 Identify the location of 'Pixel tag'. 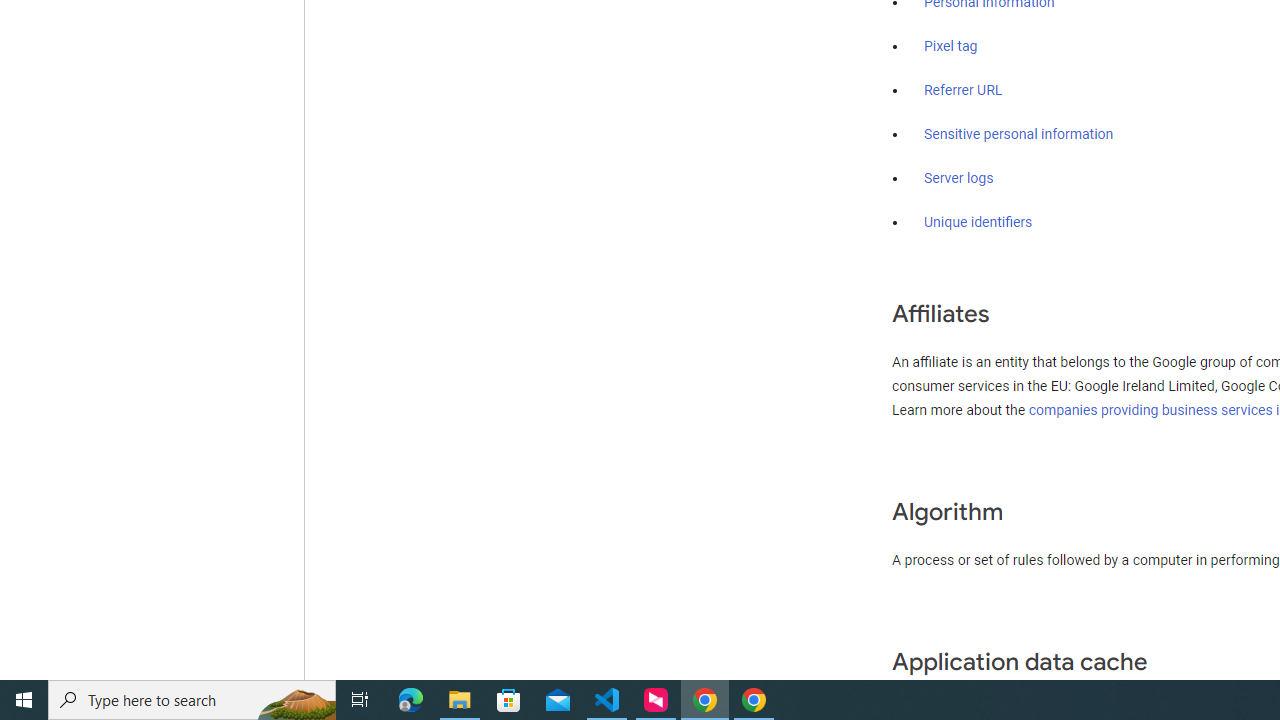
(950, 46).